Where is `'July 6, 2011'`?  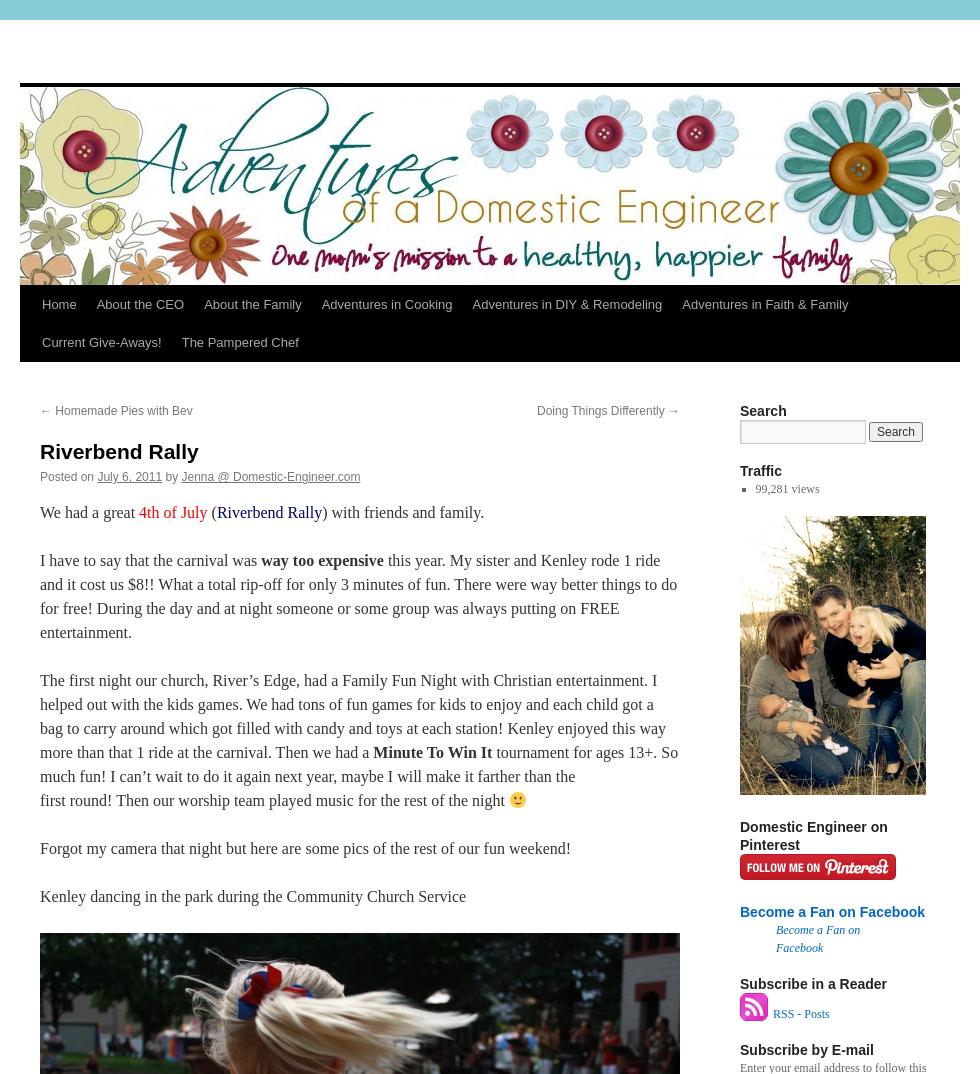 'July 6, 2011' is located at coordinates (129, 475).